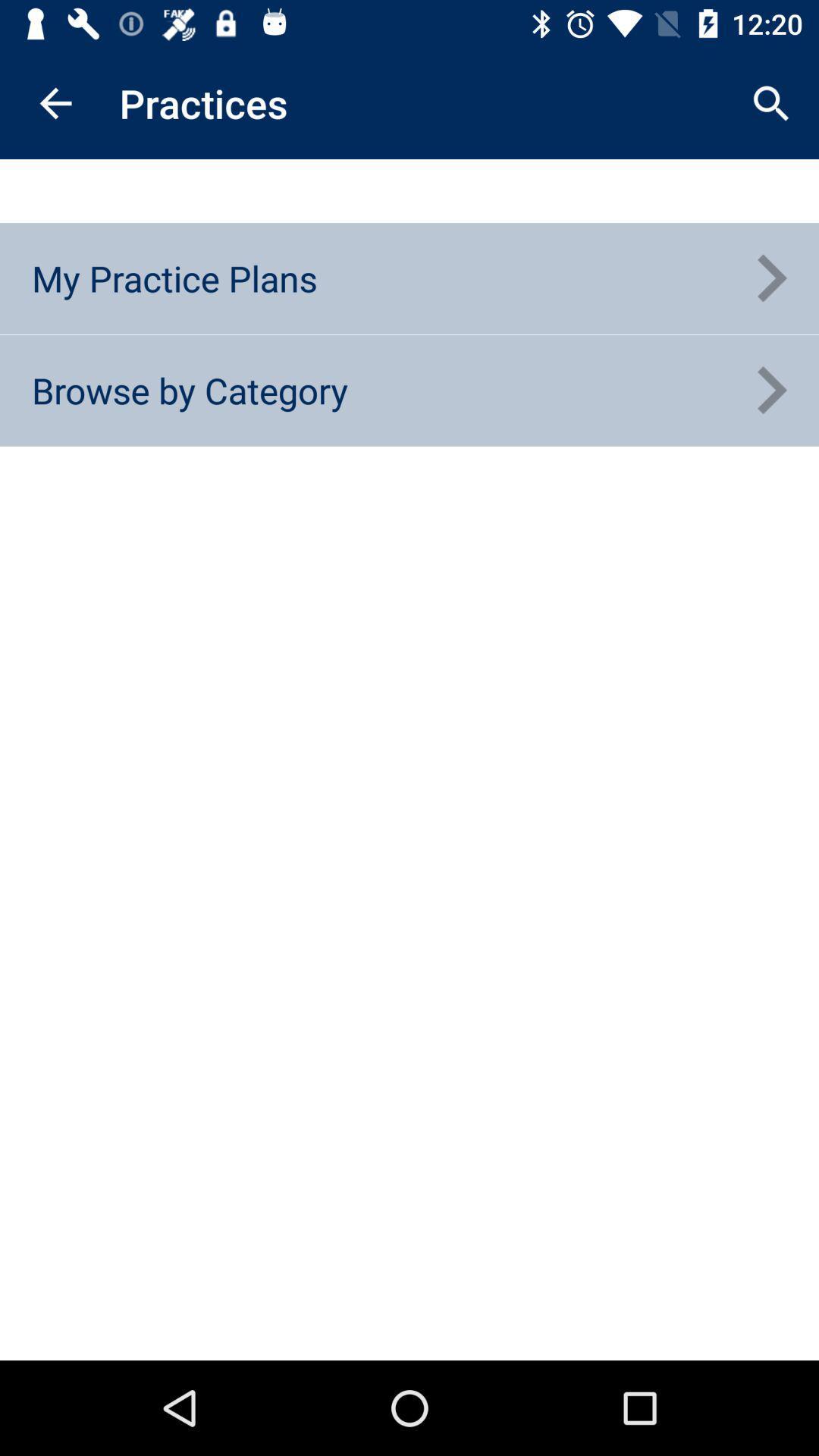 This screenshot has height=1456, width=819. I want to click on the app to the right of practices, so click(771, 102).